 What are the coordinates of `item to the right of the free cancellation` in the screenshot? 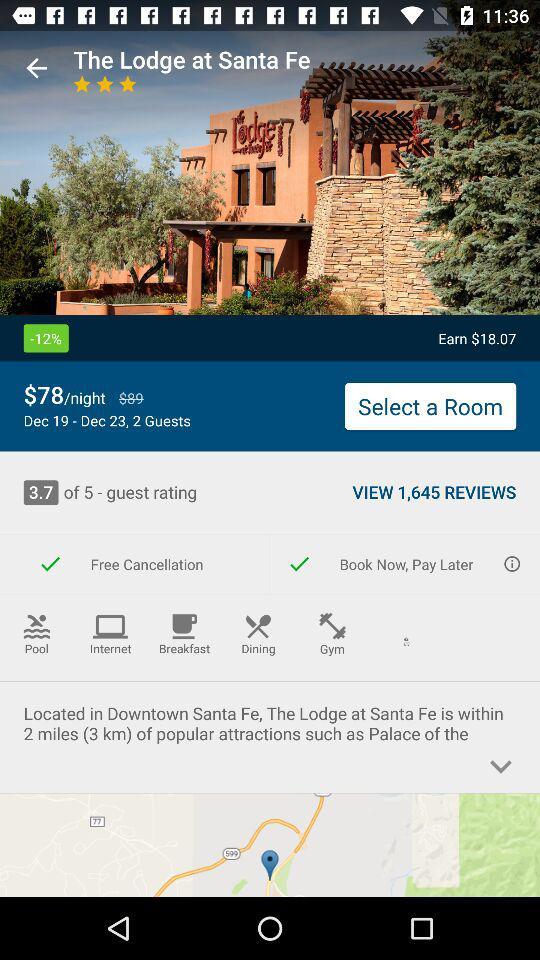 It's located at (405, 564).